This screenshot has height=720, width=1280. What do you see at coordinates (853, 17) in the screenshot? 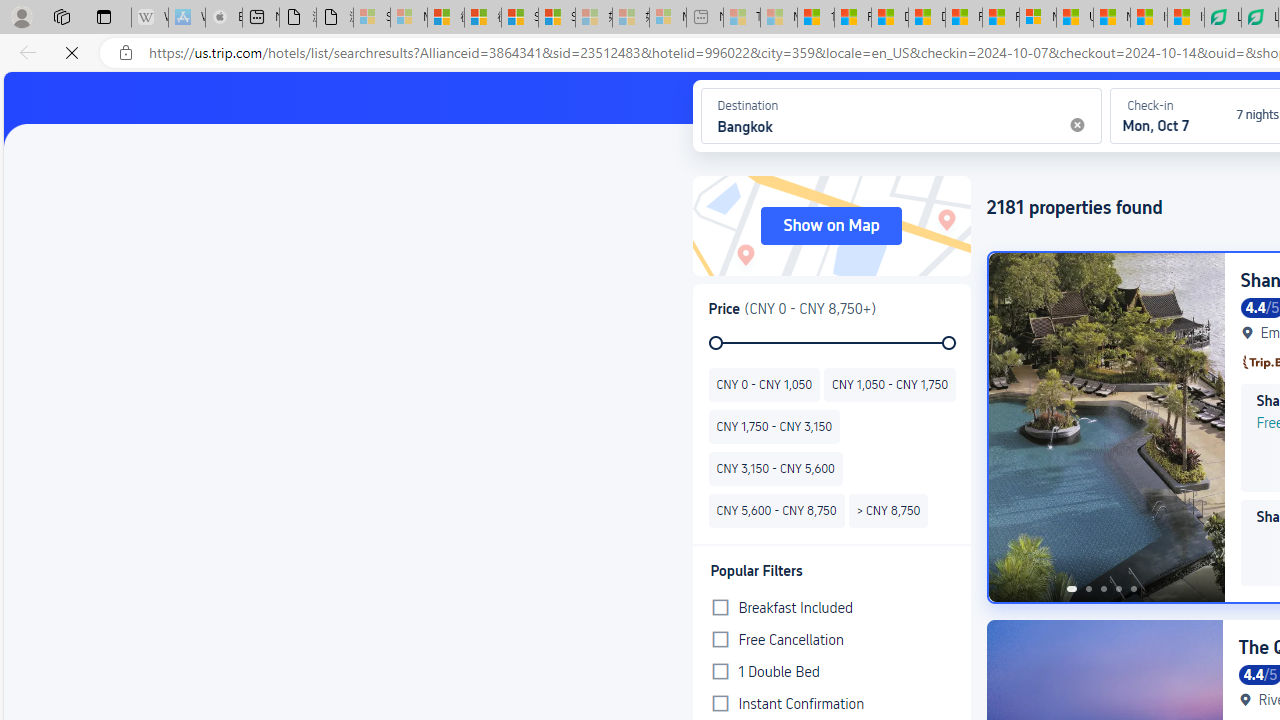
I see `'Food and Drink - MSN'` at bounding box center [853, 17].